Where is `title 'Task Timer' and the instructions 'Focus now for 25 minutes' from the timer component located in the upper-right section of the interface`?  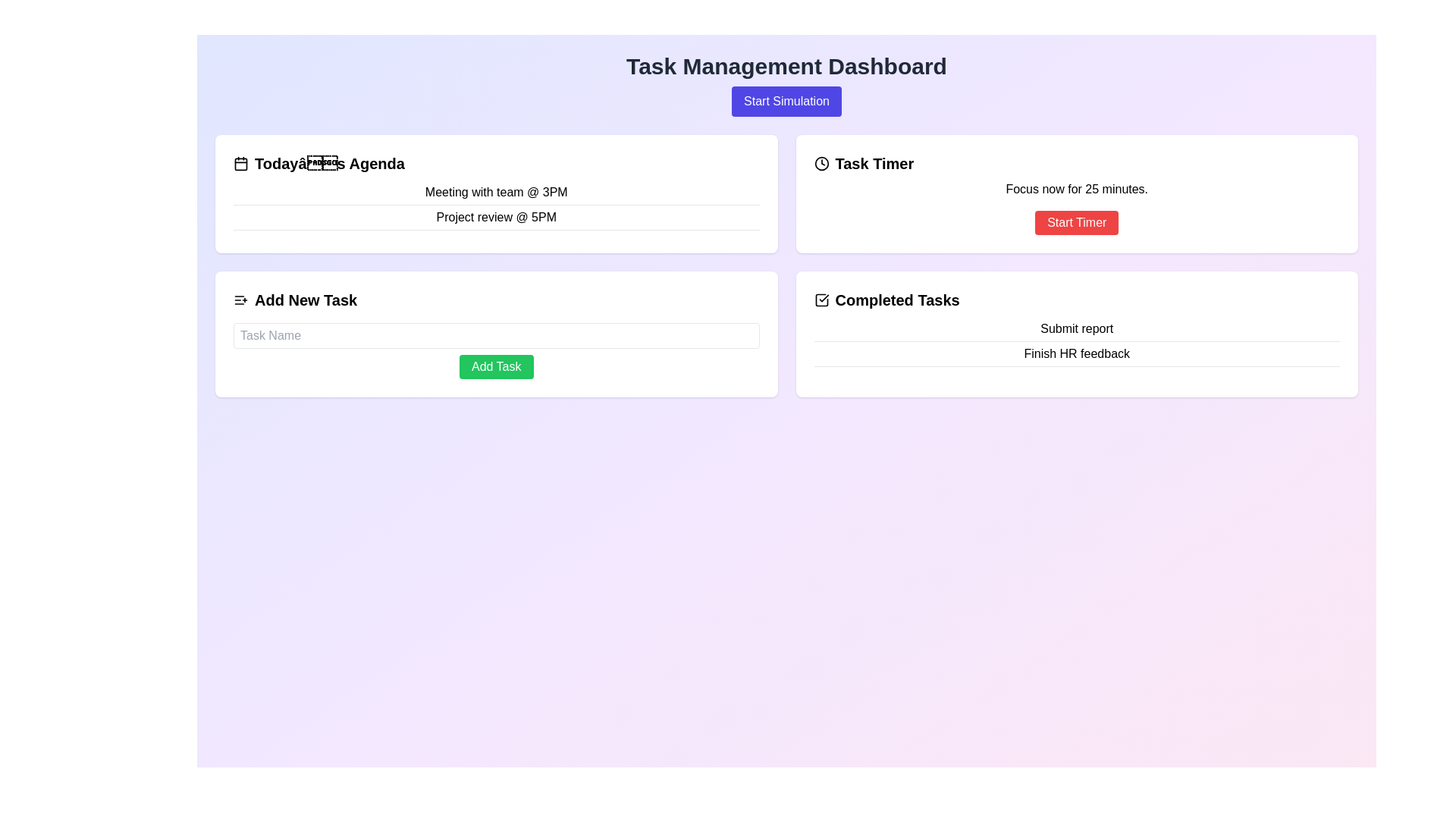
title 'Task Timer' and the instructions 'Focus now for 25 minutes' from the timer component located in the upper-right section of the interface is located at coordinates (1076, 193).